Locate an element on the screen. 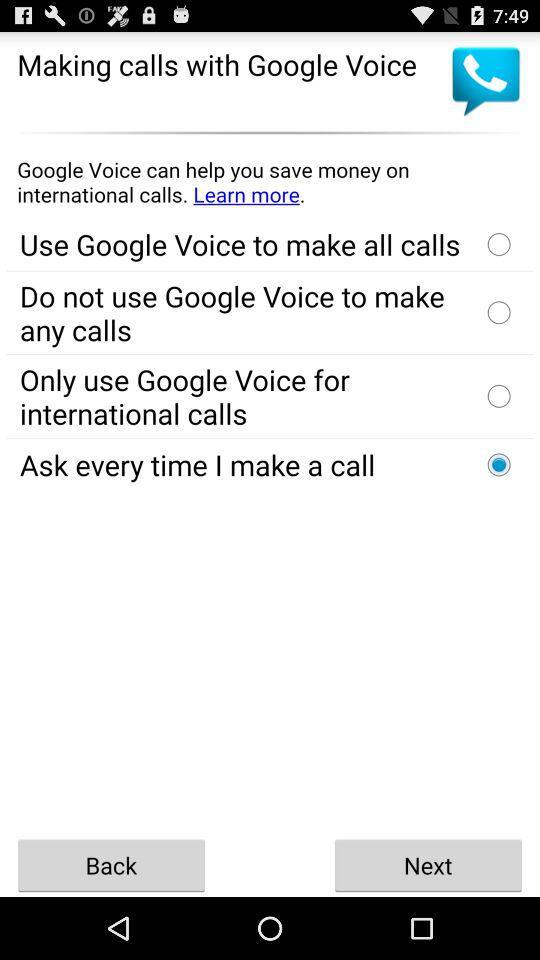 The width and height of the screenshot is (540, 960). option to select not use the voice call using google voice is located at coordinates (498, 312).